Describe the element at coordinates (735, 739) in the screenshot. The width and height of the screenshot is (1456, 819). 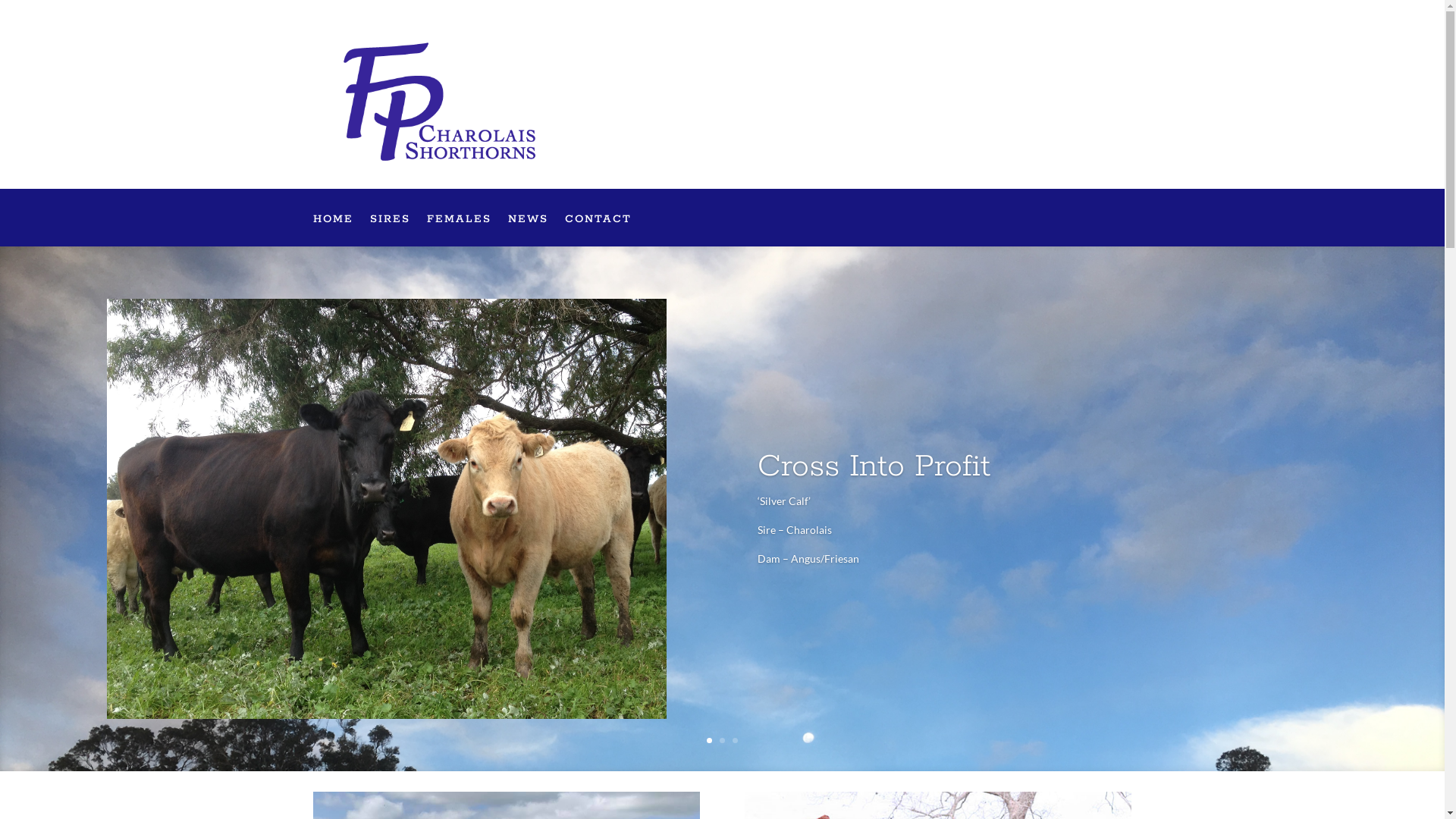
I see `'3'` at that location.